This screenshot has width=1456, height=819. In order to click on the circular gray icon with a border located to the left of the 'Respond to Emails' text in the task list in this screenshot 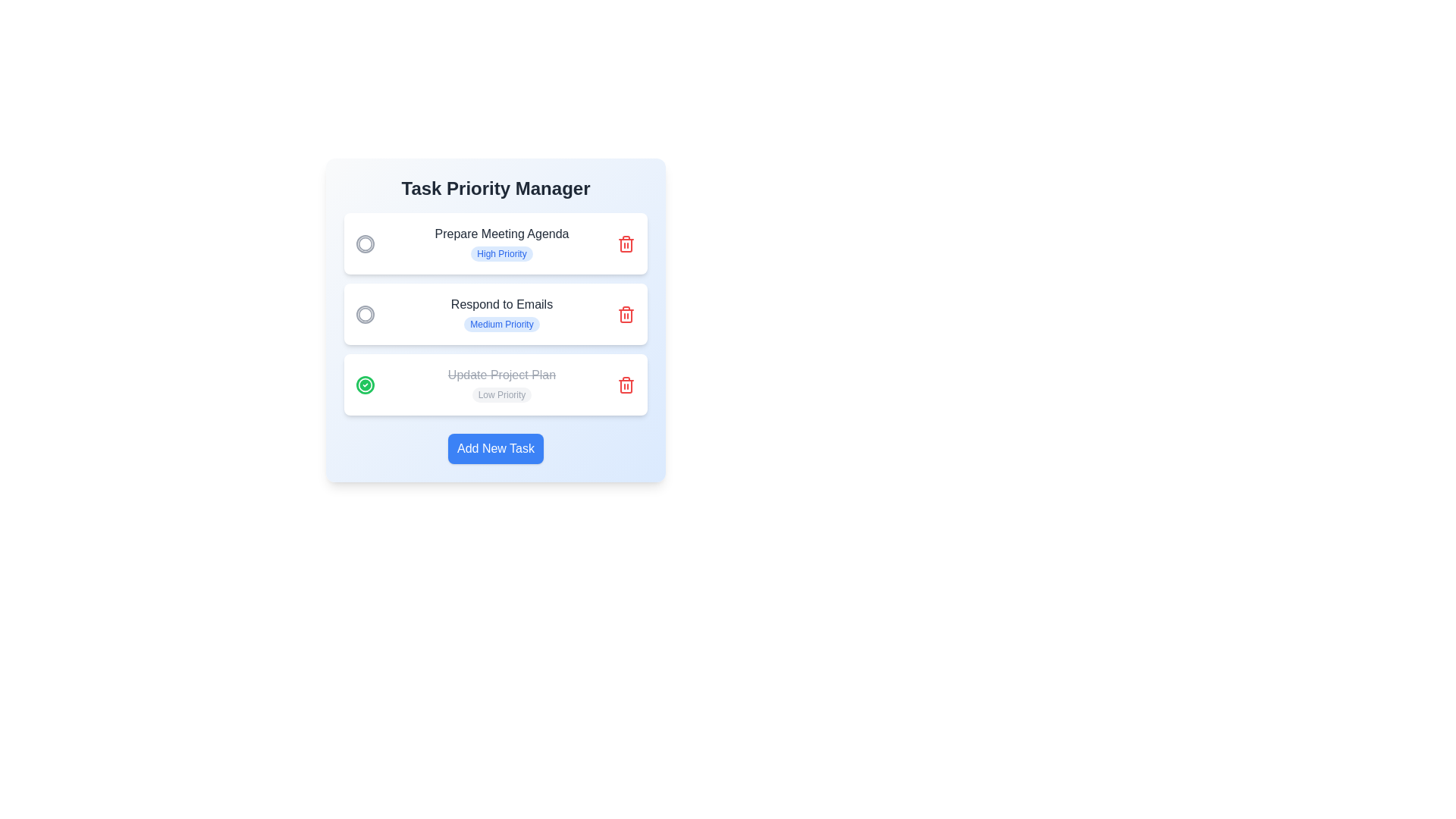, I will do `click(365, 313)`.